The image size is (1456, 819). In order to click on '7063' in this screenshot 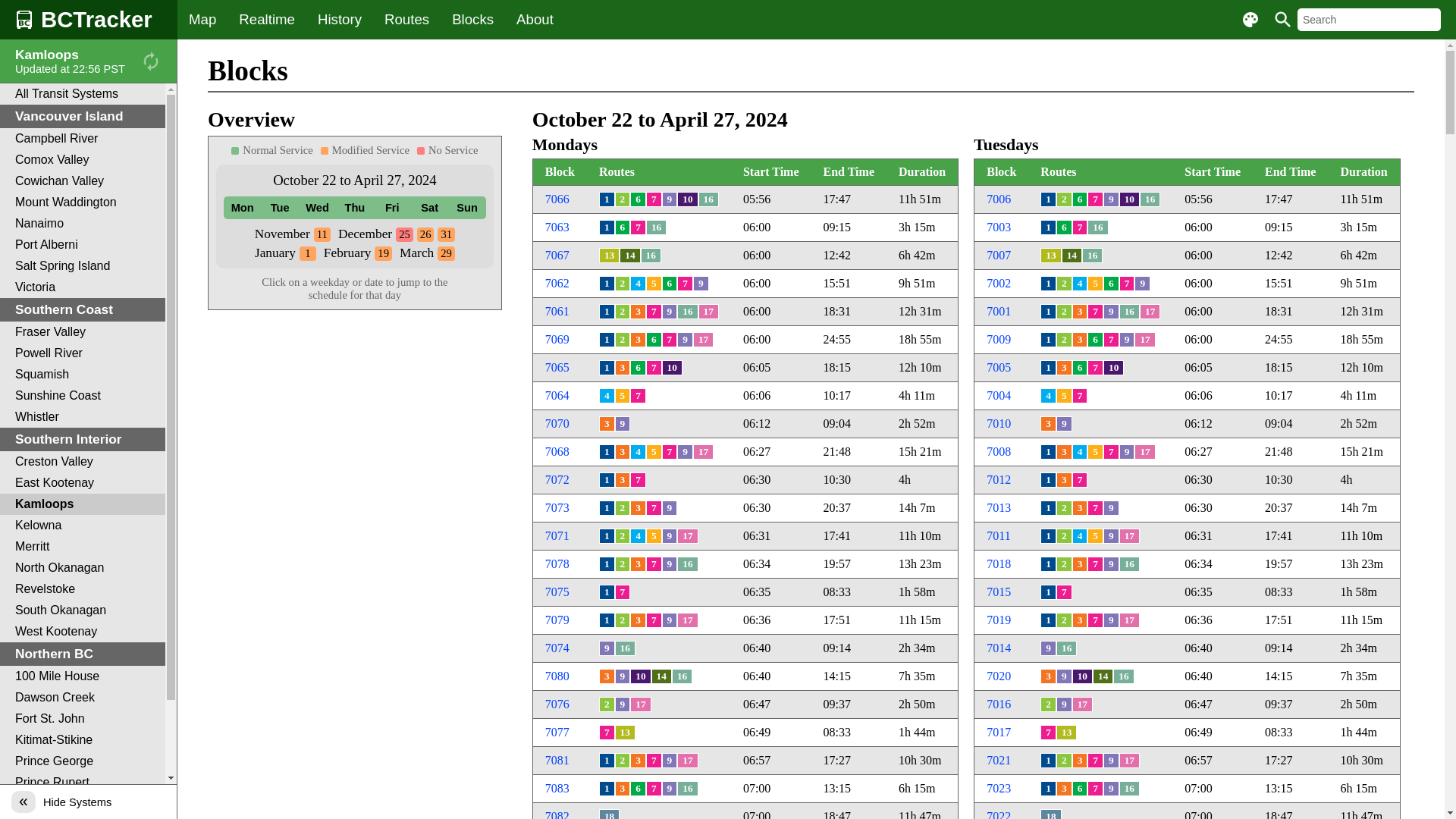, I will do `click(545, 227)`.